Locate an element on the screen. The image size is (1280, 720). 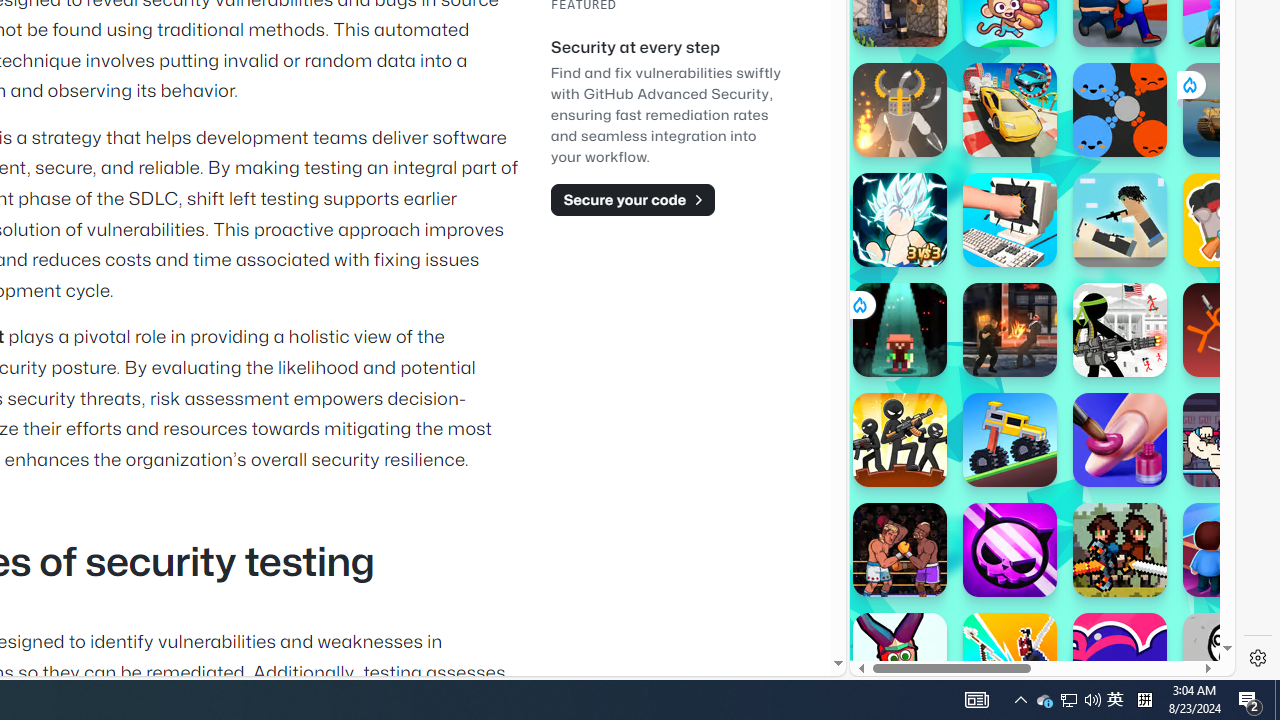
'Nails DIY: Manicure Master Nails DIY: Manicure Master' is located at coordinates (1120, 438).